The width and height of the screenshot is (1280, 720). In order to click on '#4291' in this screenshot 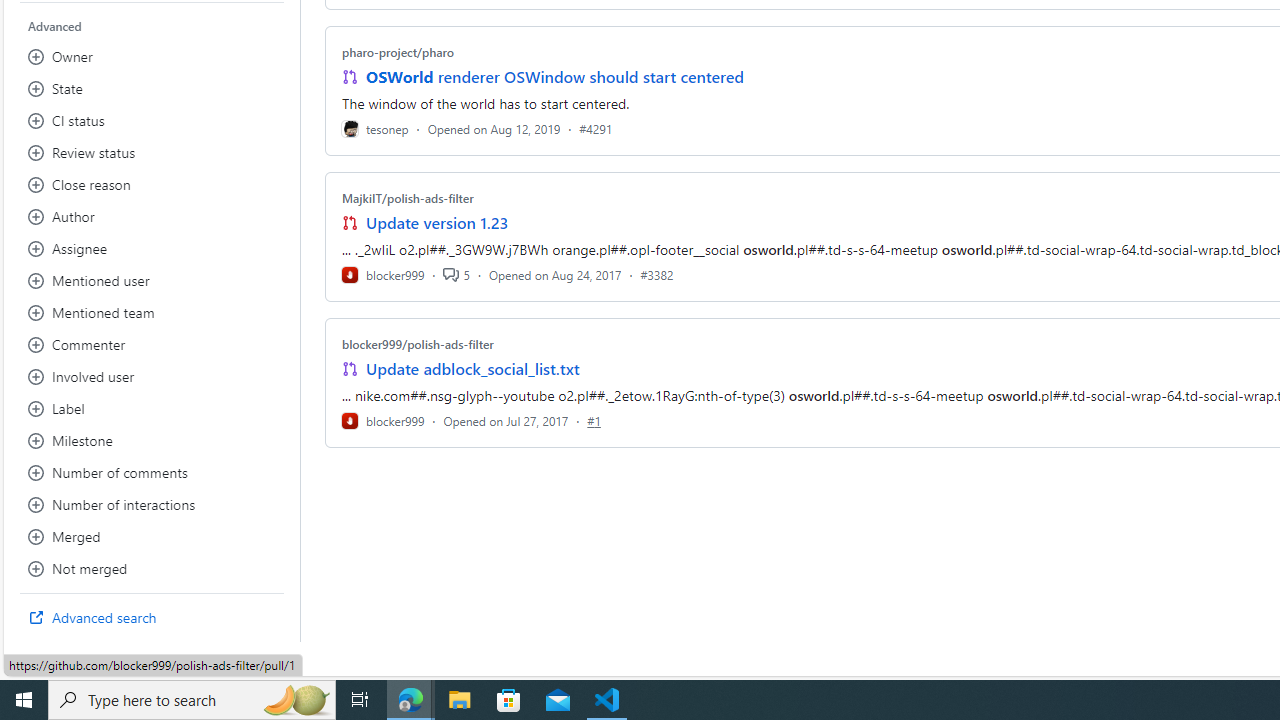, I will do `click(594, 128)`.